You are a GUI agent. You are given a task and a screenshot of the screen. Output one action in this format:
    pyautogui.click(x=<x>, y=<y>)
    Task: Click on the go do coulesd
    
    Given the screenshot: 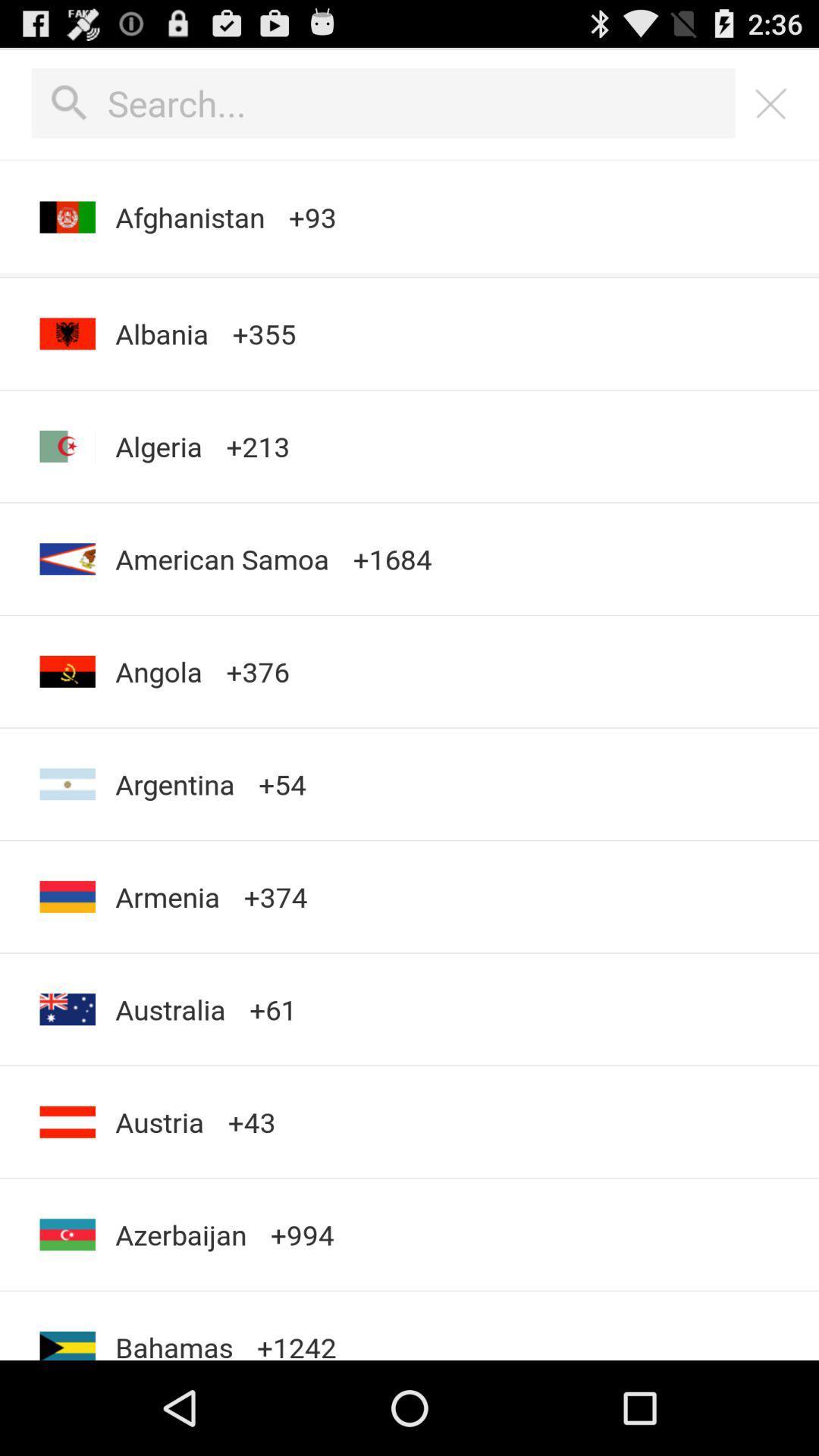 What is the action you would take?
    pyautogui.click(x=771, y=102)
    